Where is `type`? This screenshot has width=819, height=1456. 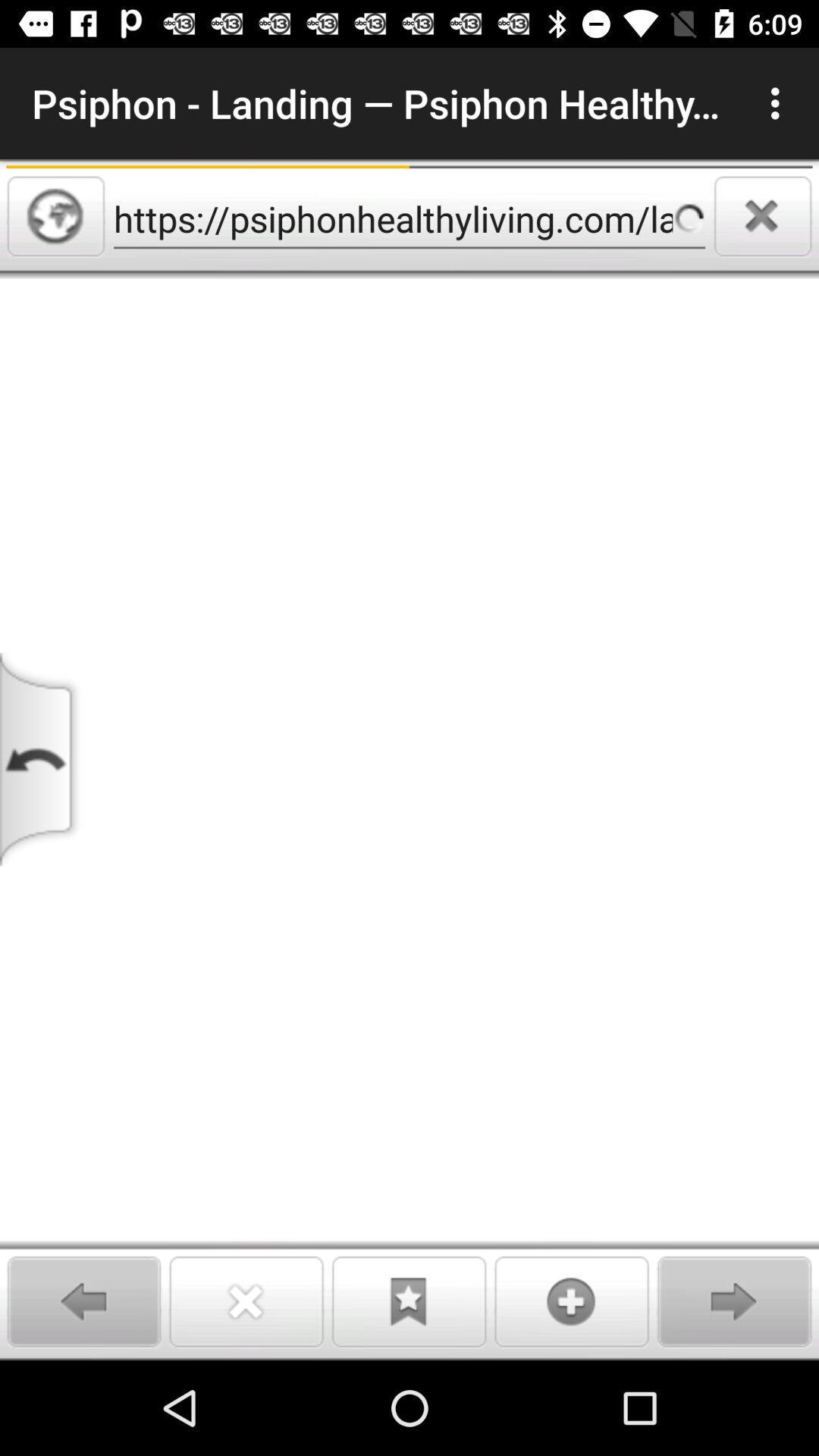
type is located at coordinates (409, 818).